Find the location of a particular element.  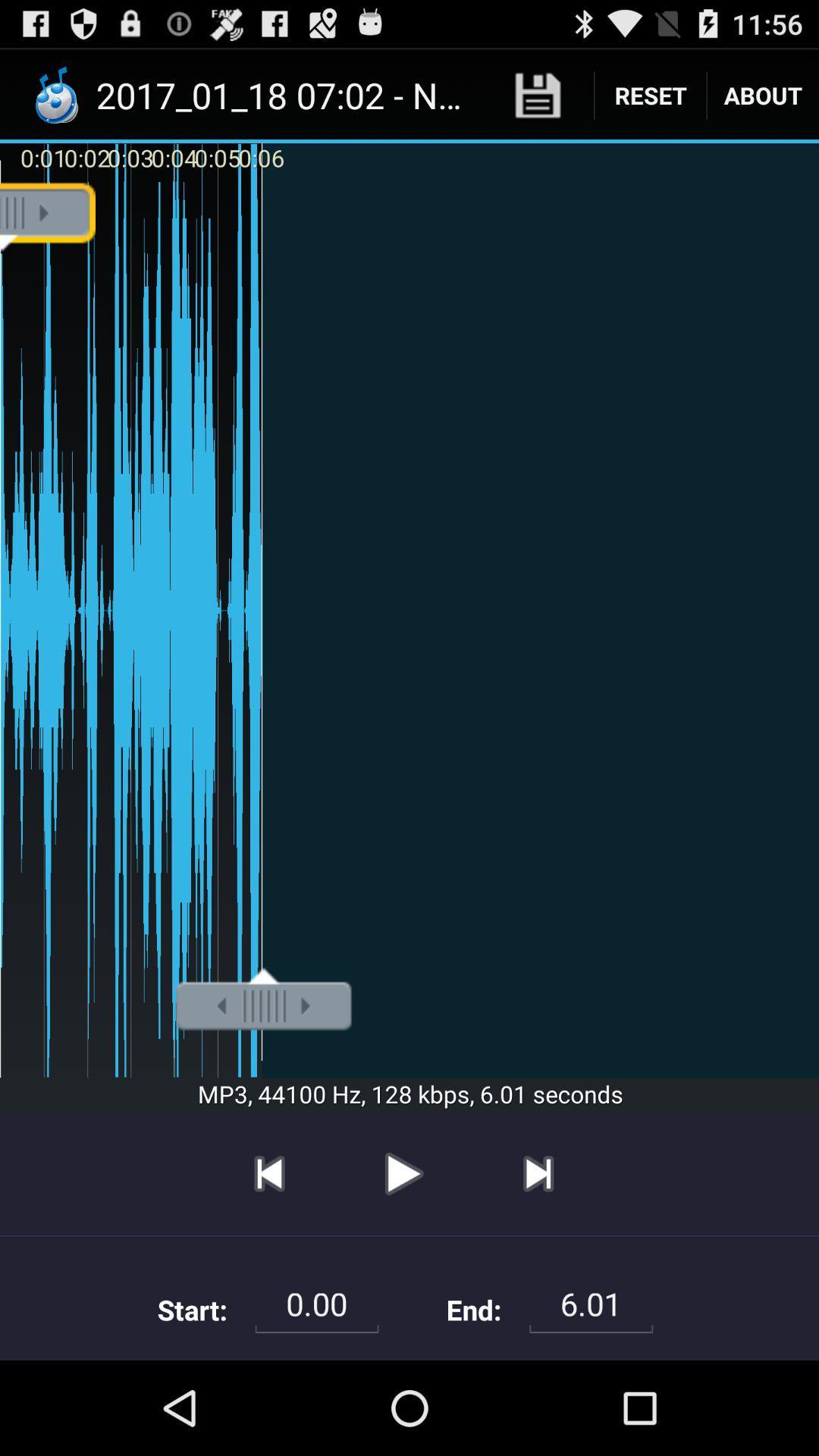

the skip_previous icon is located at coordinates (268, 1256).